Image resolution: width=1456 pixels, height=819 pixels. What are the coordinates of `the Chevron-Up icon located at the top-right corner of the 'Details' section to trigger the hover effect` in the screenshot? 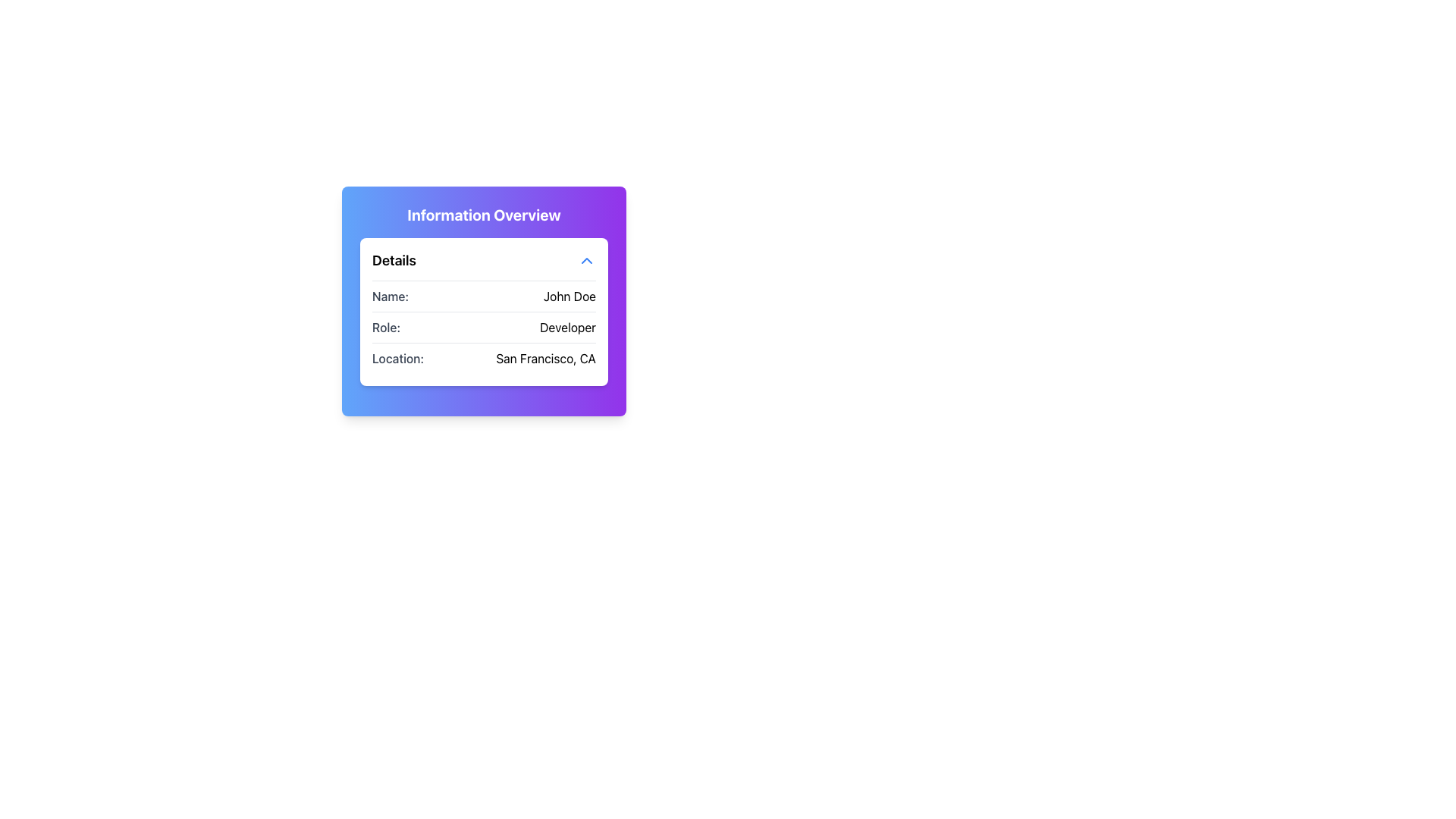 It's located at (585, 259).